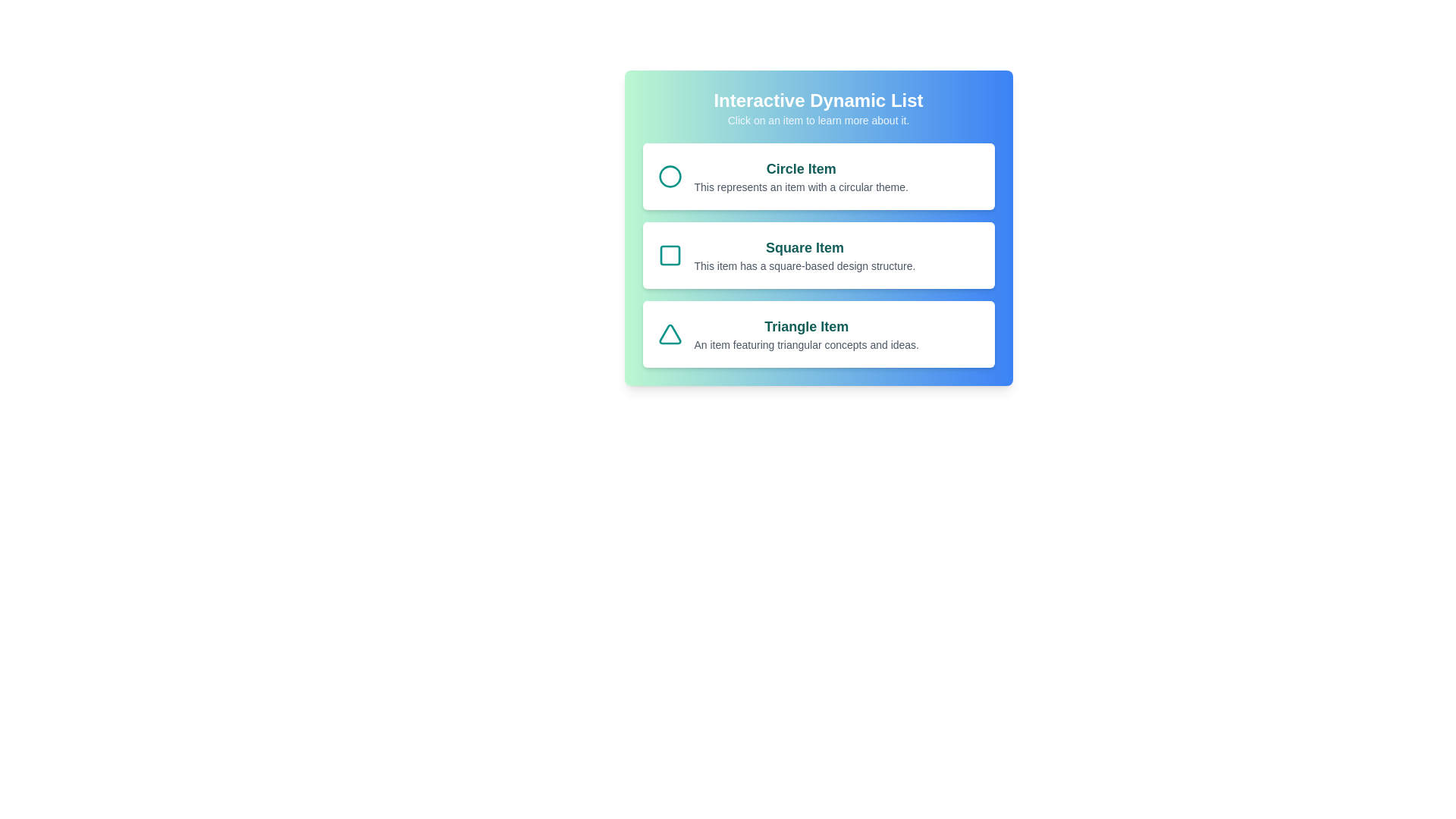 The height and width of the screenshot is (819, 1456). I want to click on the Square Item to learn more about it, so click(817, 254).